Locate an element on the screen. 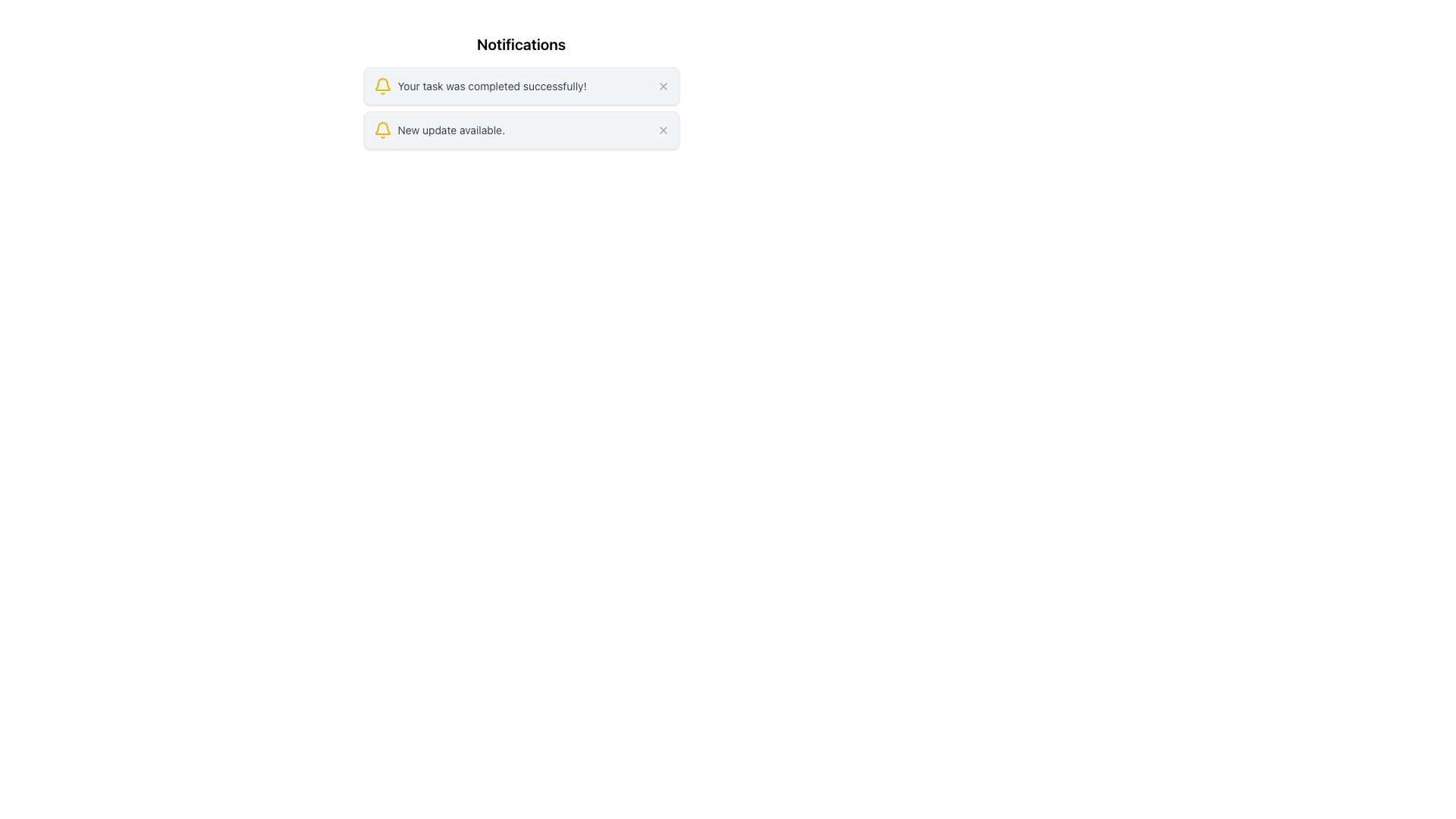  notification message displaying 'New update available.' which is styled in gray color and positioned to the right of a yellow bell icon in the second notification of a vertical list is located at coordinates (450, 130).